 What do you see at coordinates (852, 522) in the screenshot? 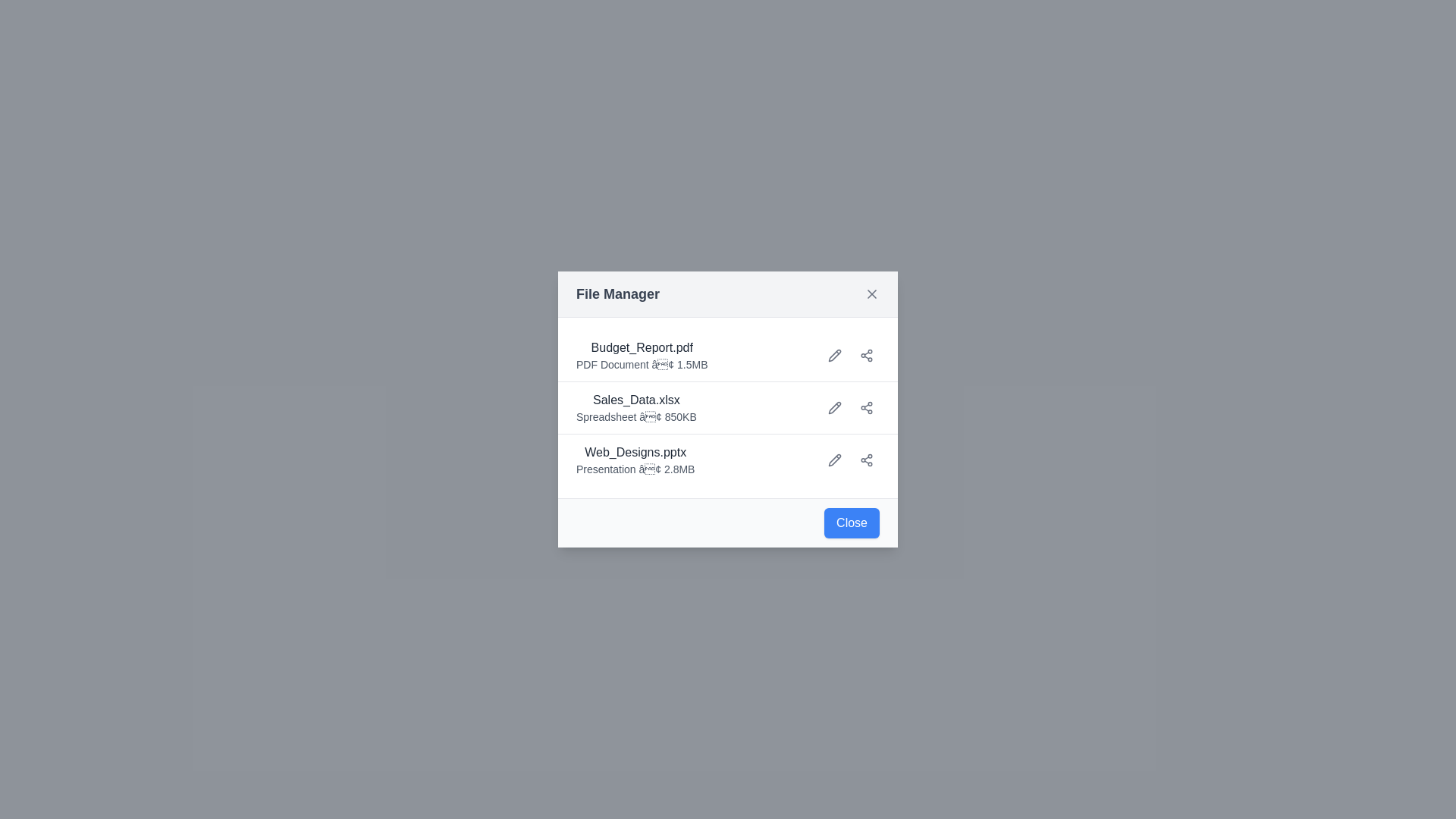
I see `'Close' button in the footer of the FileManagerDialog` at bounding box center [852, 522].